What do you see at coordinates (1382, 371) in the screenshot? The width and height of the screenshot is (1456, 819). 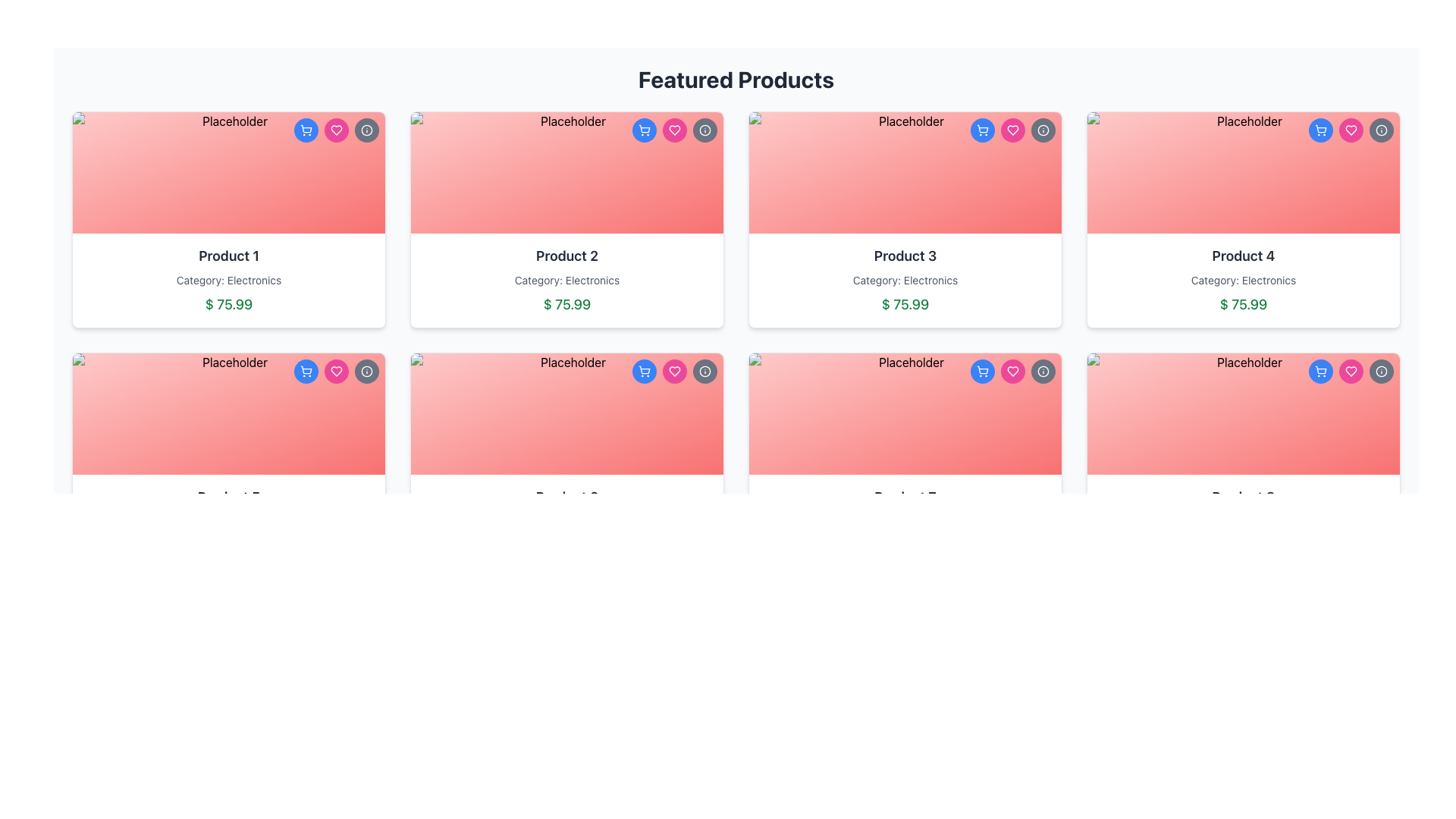 I see `the information icon located in the top-right corner of the product card labeled 'Product 4', which is the third icon from the left in the sequence` at bounding box center [1382, 371].